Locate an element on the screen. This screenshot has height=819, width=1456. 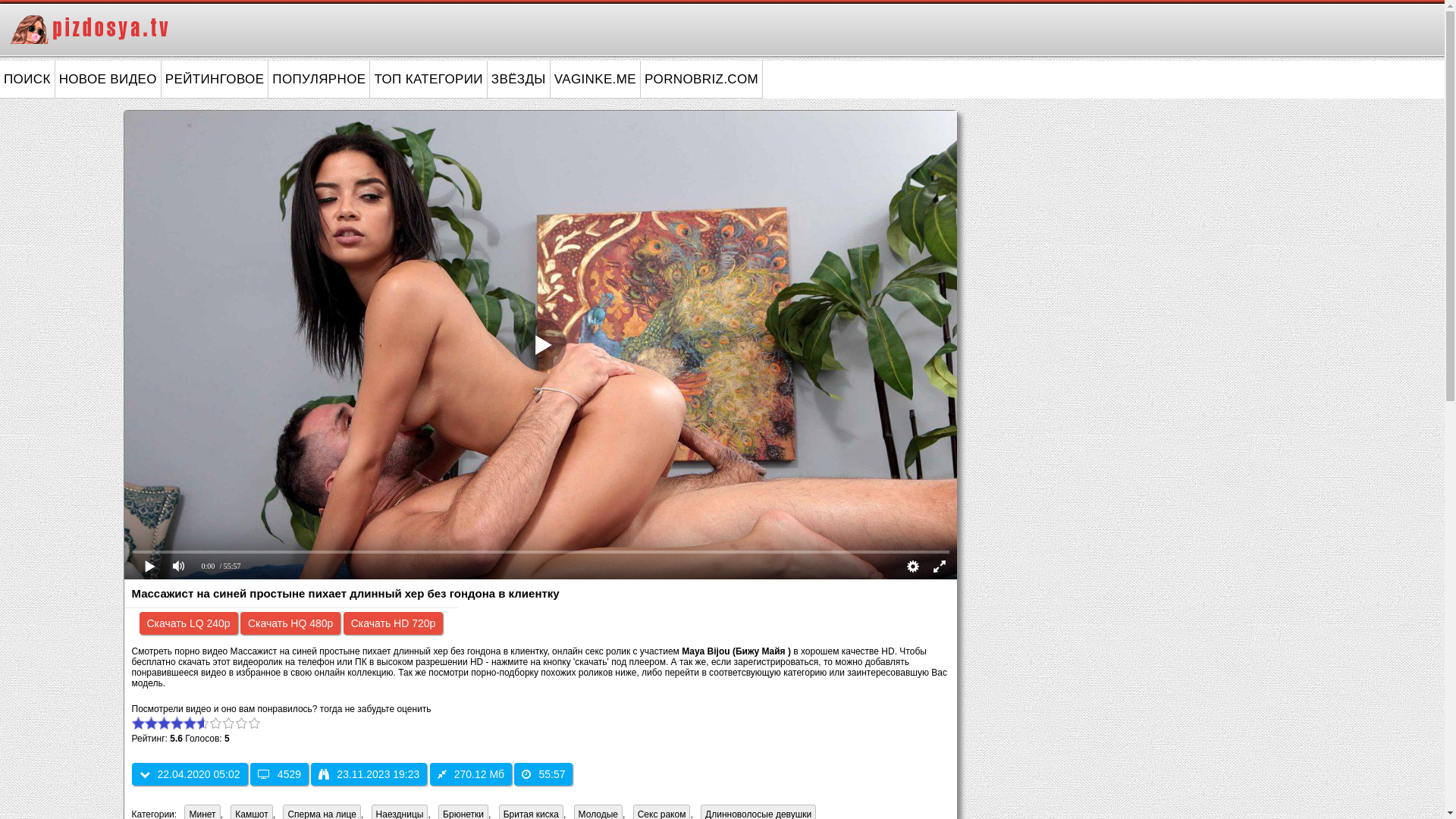
'VAGINKE.ME' is located at coordinates (595, 79).